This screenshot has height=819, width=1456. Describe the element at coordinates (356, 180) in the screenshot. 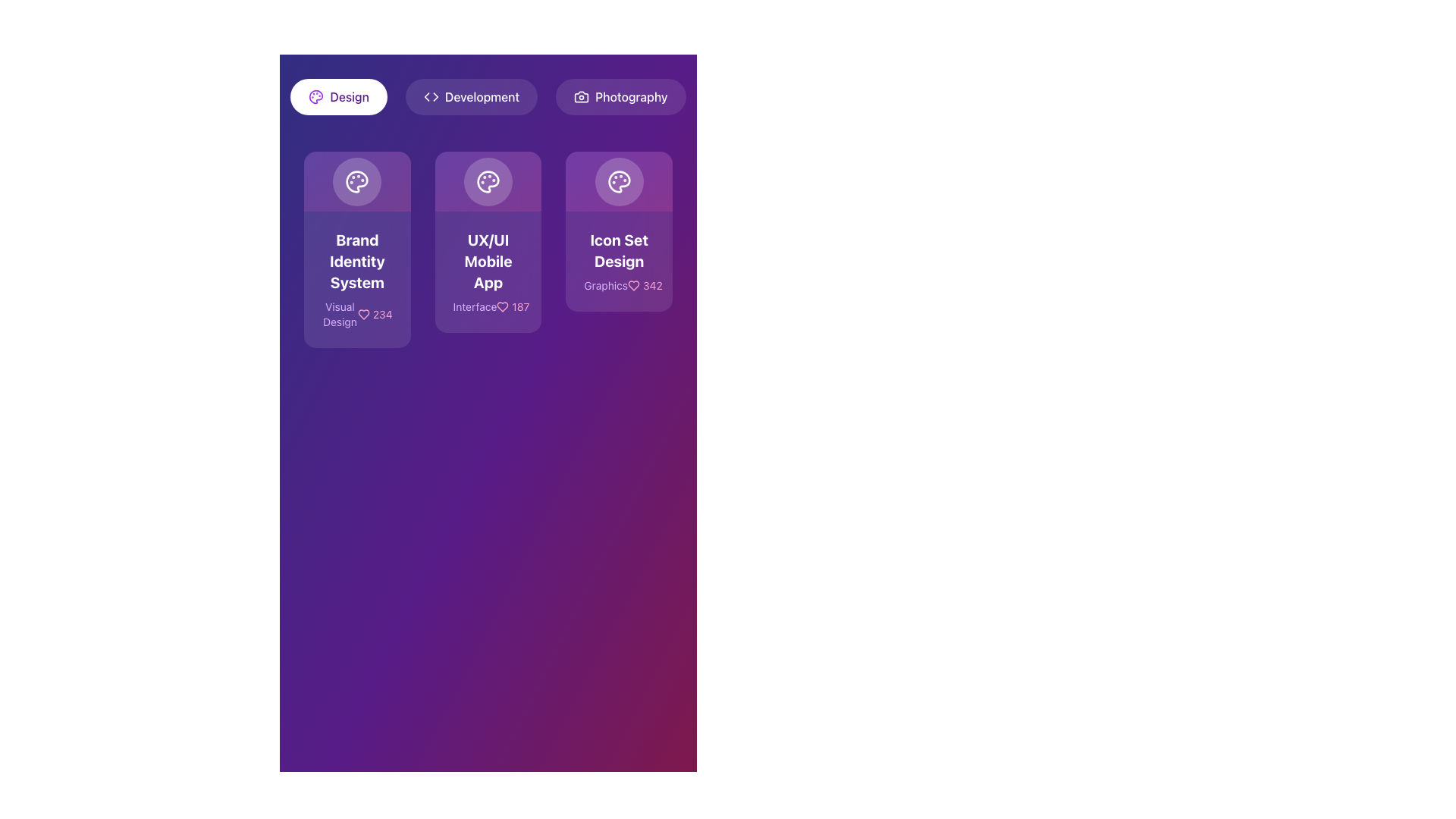

I see `the Decorative icon, which is a circular painter's palette graphic with a white outline, located in the first card under the 'Design' tab` at that location.